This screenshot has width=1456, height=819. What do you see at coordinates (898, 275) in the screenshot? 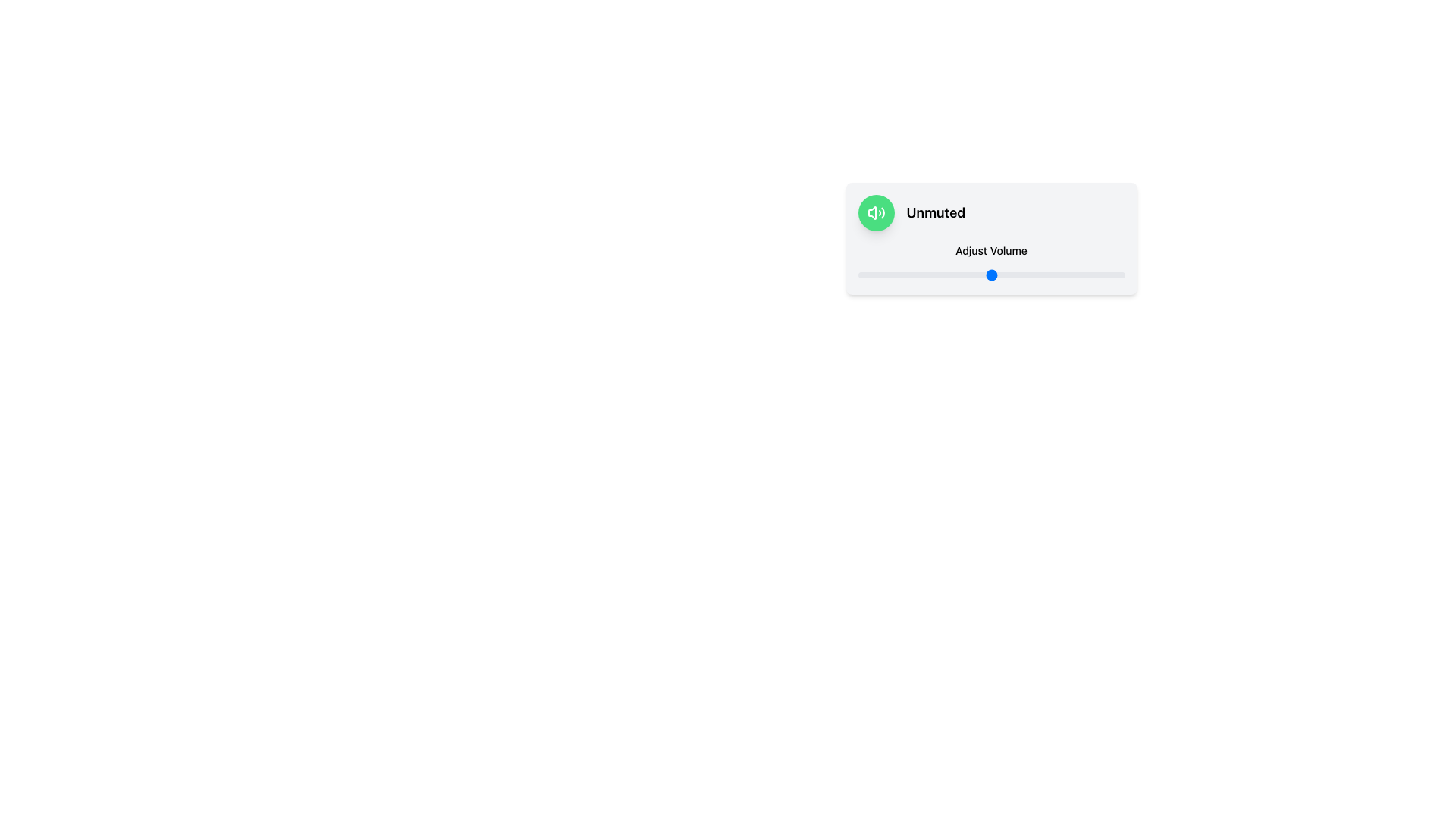
I see `the volume` at bounding box center [898, 275].